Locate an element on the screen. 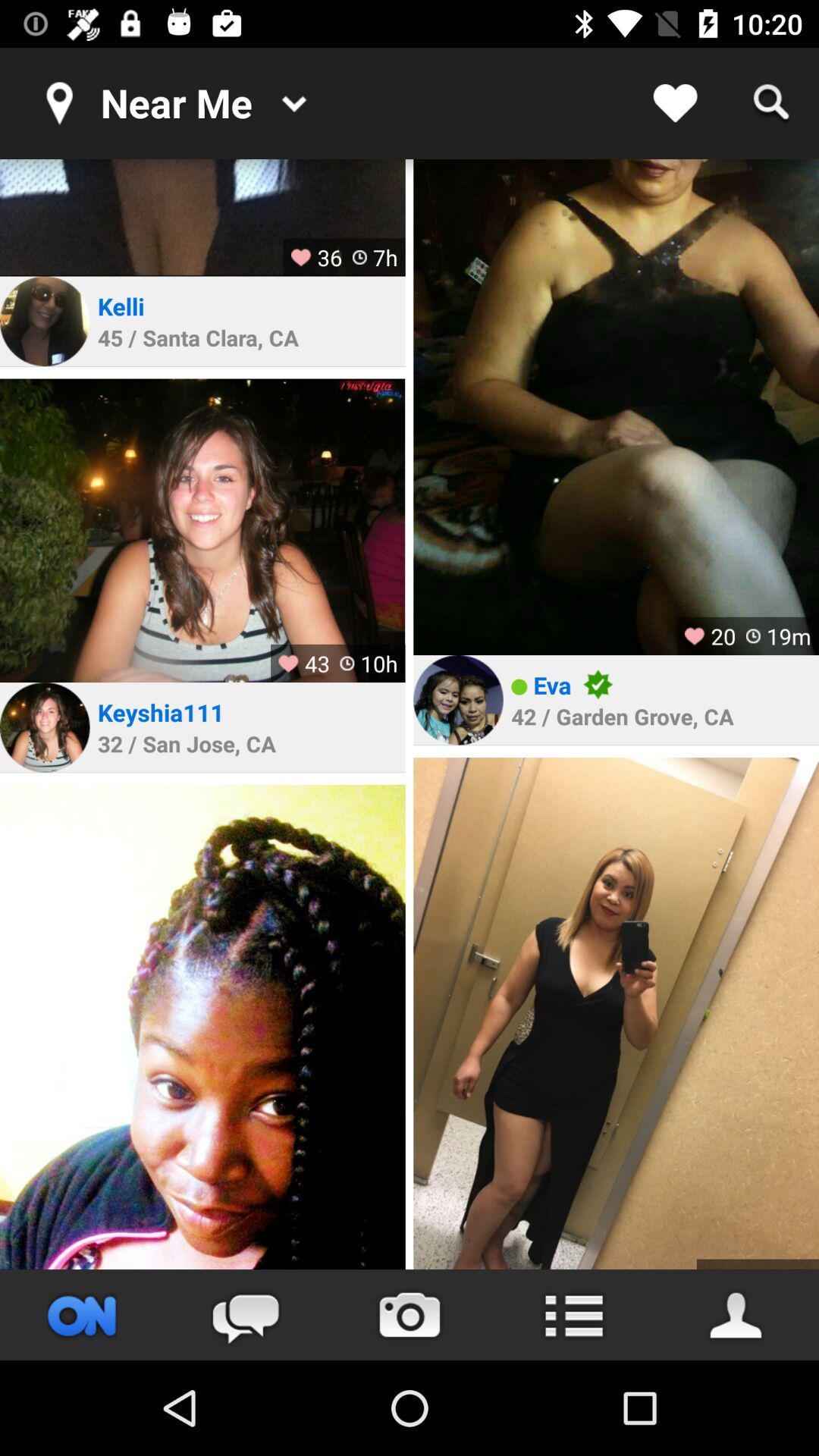 Image resolution: width=819 pixels, height=1456 pixels. user profile is located at coordinates (44, 726).